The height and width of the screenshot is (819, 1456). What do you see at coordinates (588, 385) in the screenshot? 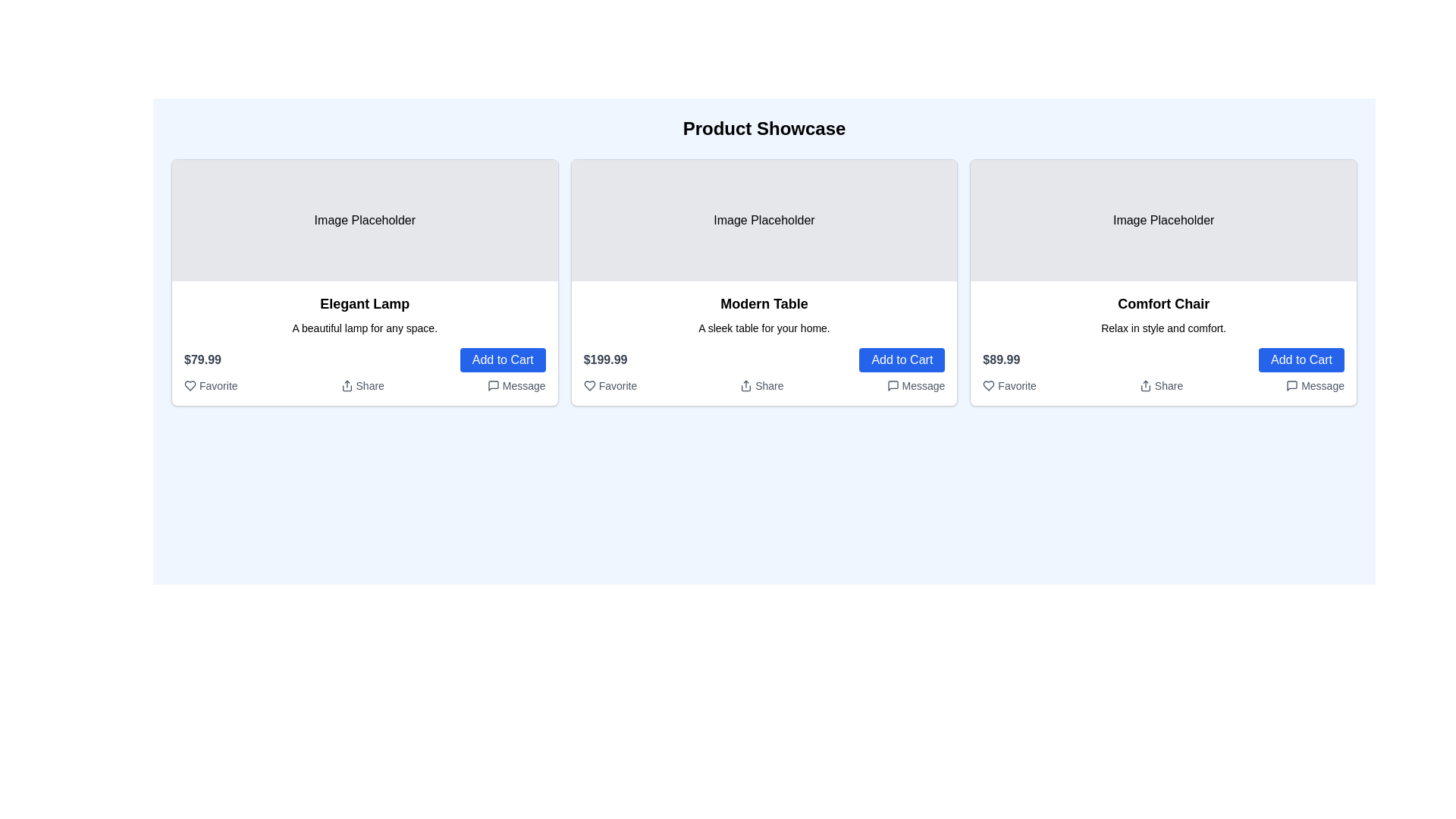
I see `the favorite icon associated with the 'Modern Table' product to mark it as a favorite` at bounding box center [588, 385].